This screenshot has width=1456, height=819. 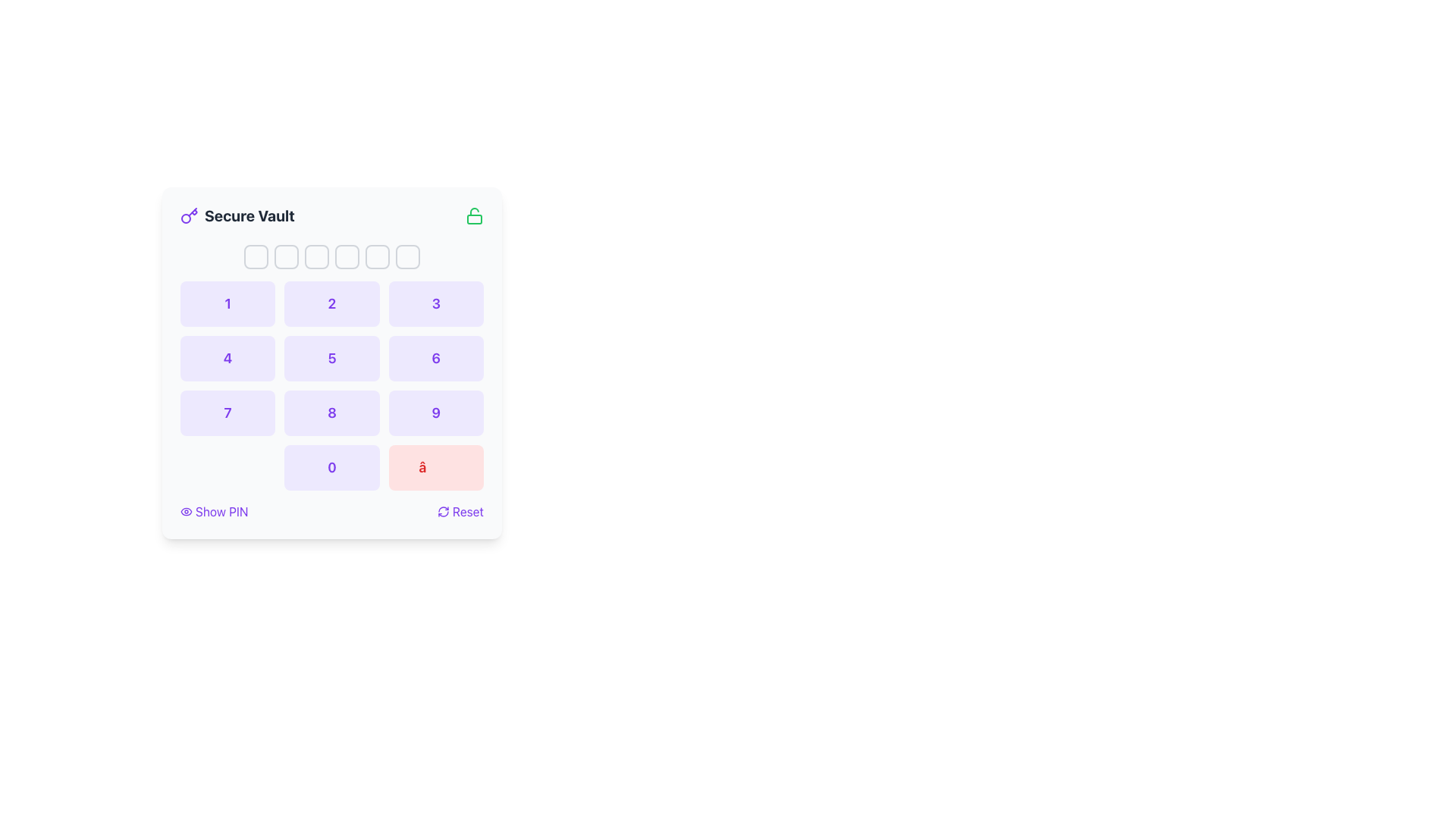 I want to click on the decorative circle element within the key icon located in the top-left corner of the 'Secure Vault' section, so click(x=185, y=218).